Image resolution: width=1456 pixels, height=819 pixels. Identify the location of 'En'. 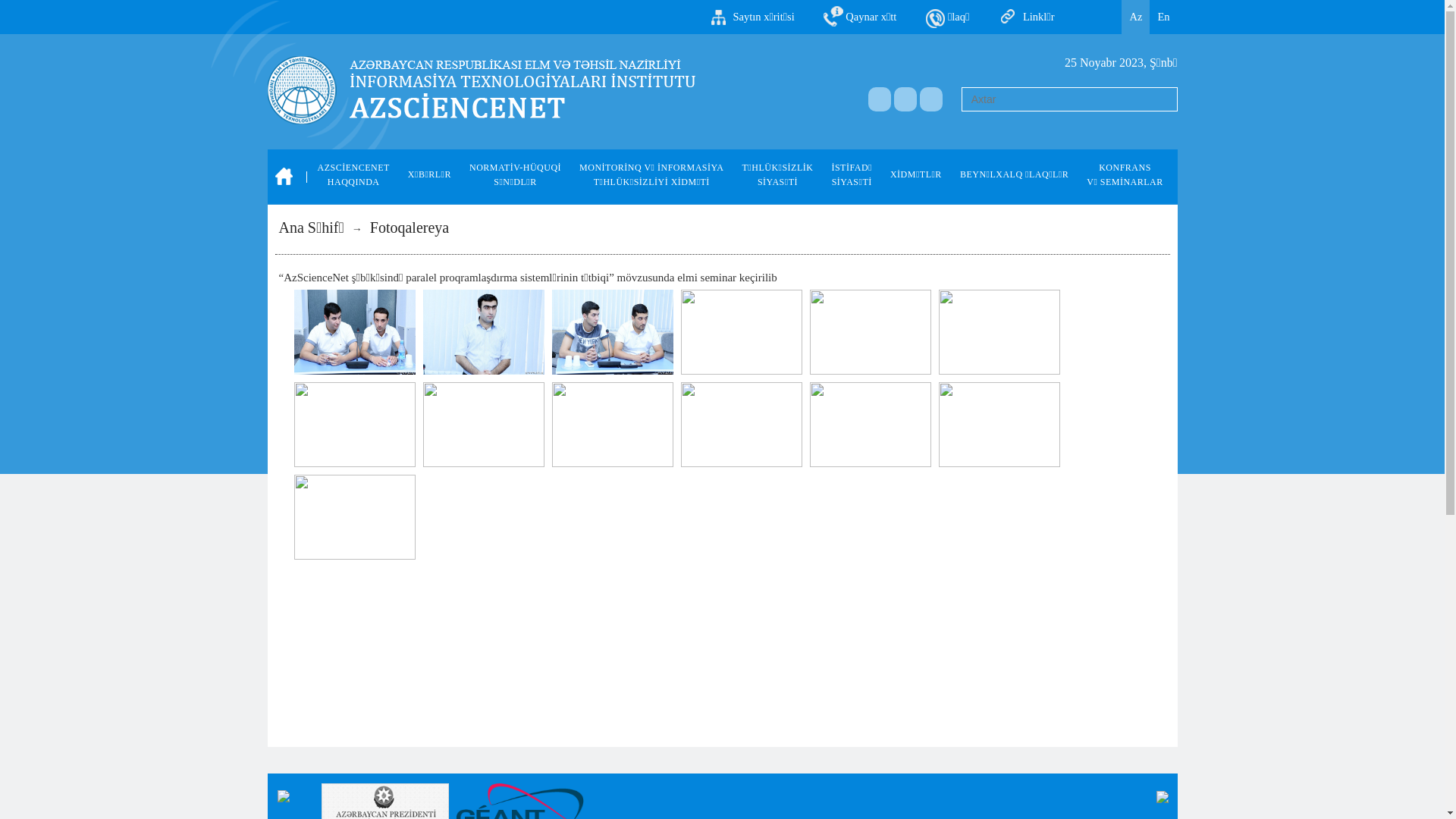
(1163, 17).